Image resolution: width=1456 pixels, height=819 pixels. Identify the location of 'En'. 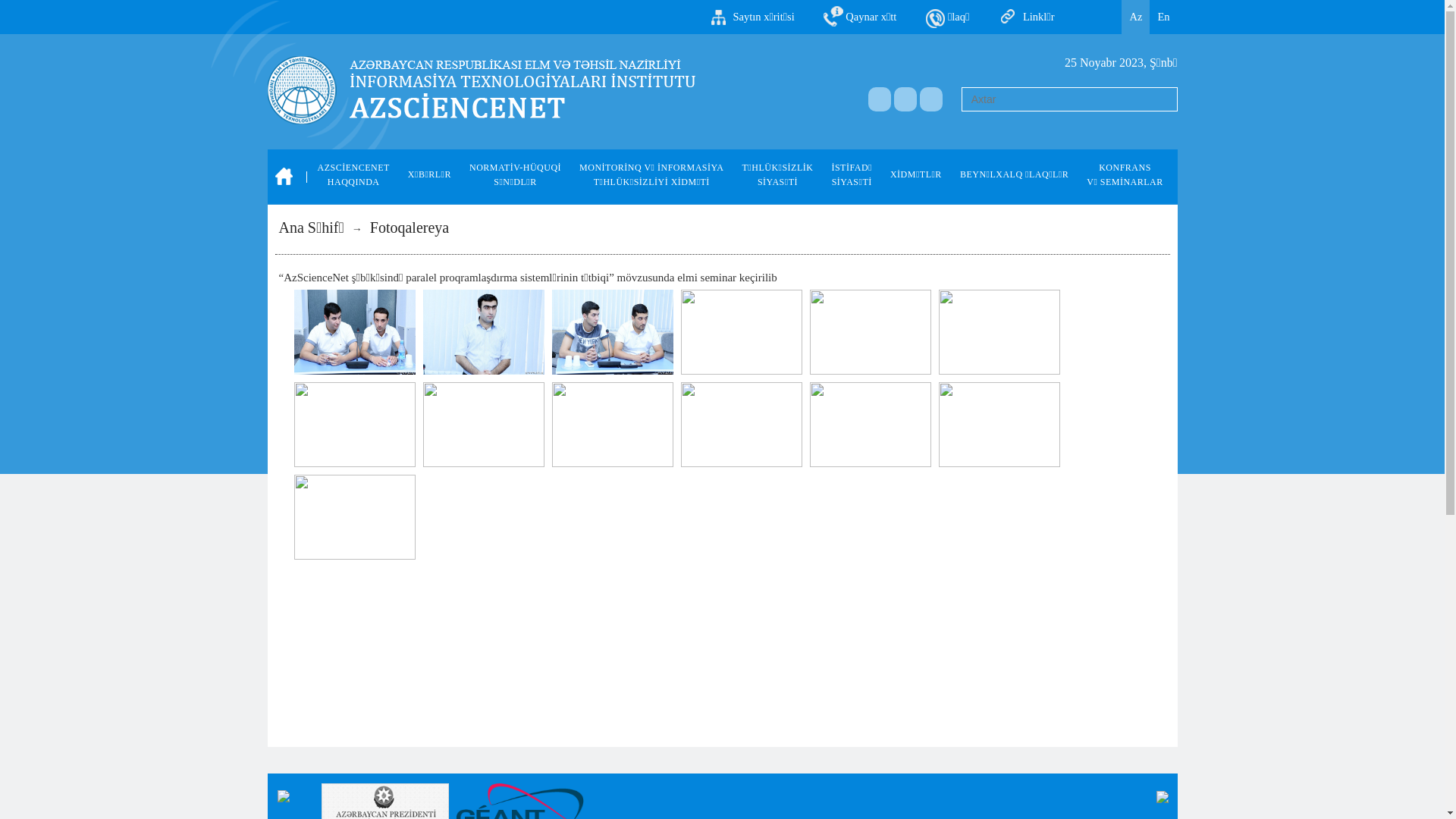
(1163, 17).